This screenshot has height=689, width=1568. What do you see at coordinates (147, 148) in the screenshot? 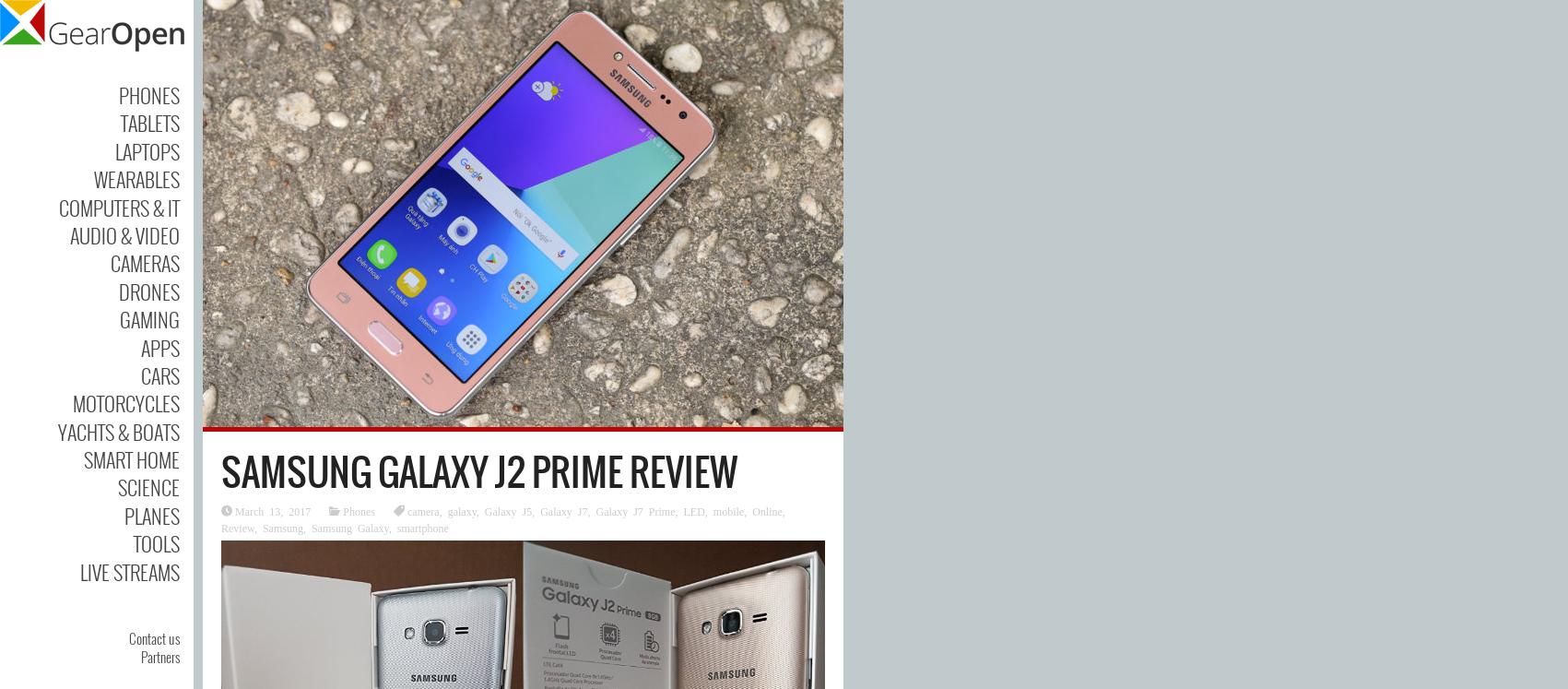
I see `'Laptops'` at bounding box center [147, 148].